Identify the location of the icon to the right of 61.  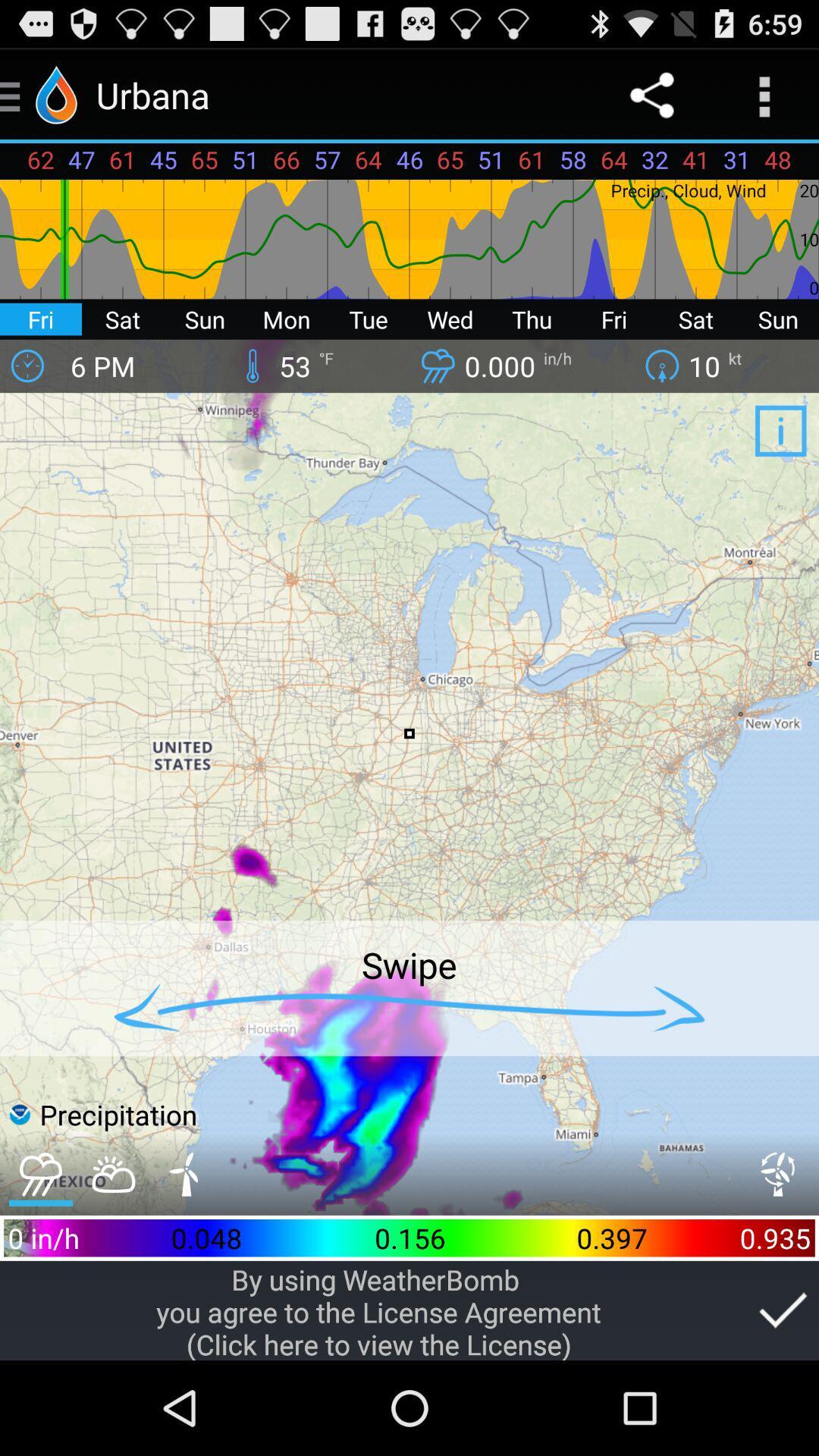
(651, 94).